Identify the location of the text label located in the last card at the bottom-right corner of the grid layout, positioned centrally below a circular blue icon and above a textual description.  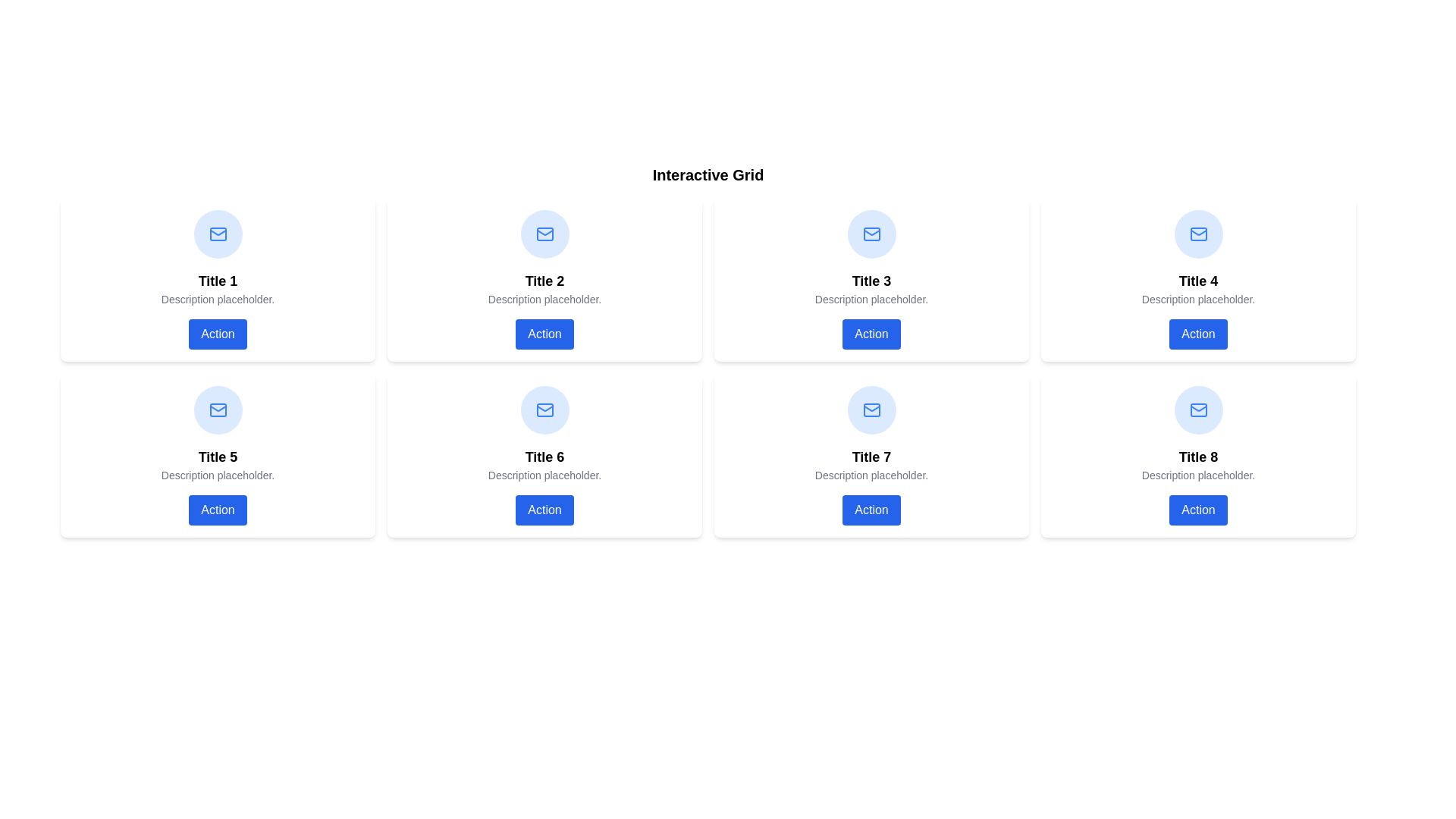
(1197, 456).